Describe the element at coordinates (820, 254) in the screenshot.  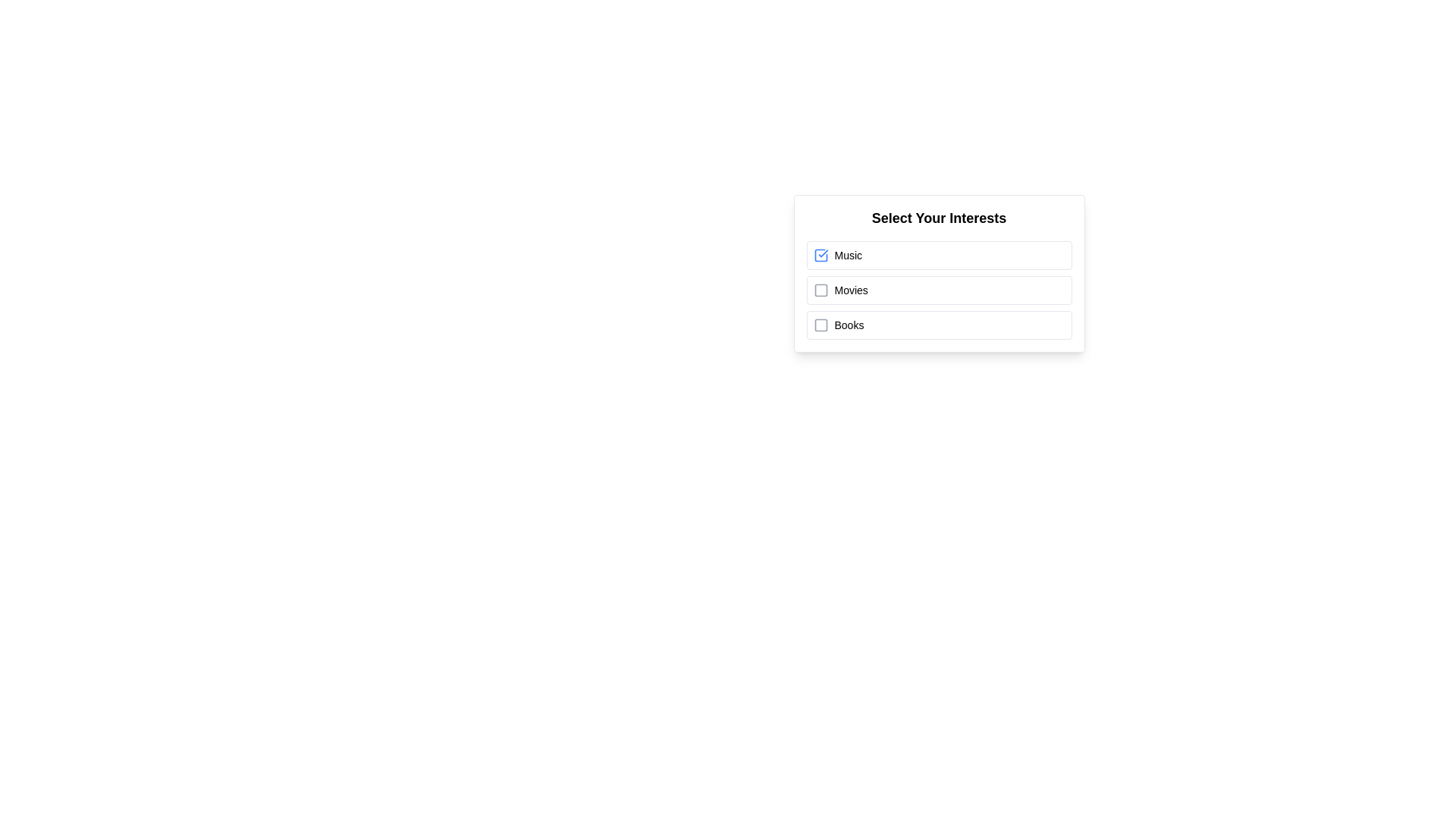
I see `the checkbox for the 'Music' category, which is the leftmost component of a horizontal group that includes a checkbox icon and the text 'Music'` at that location.